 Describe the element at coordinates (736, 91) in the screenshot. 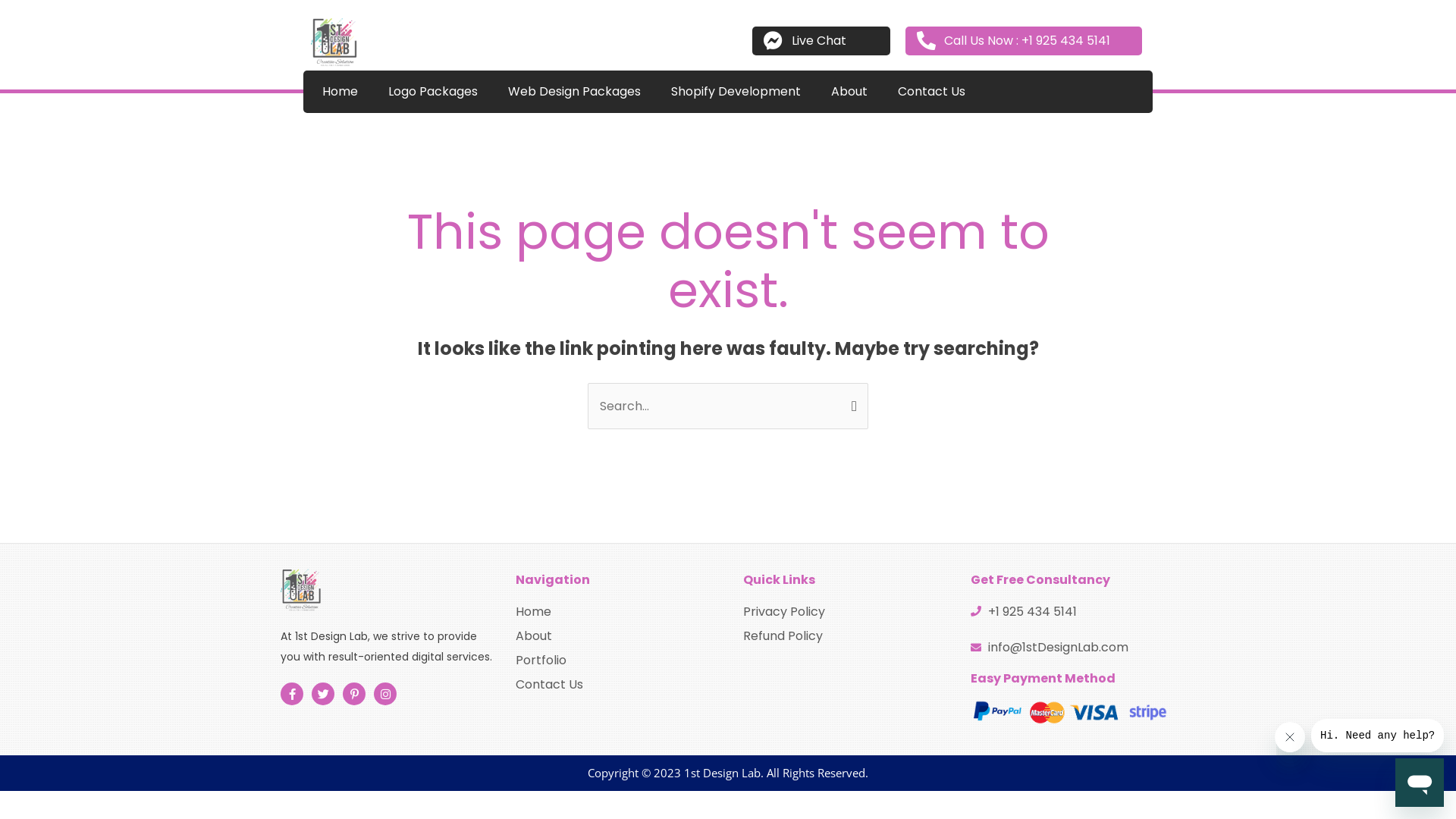

I see `'Shopify Development'` at that location.